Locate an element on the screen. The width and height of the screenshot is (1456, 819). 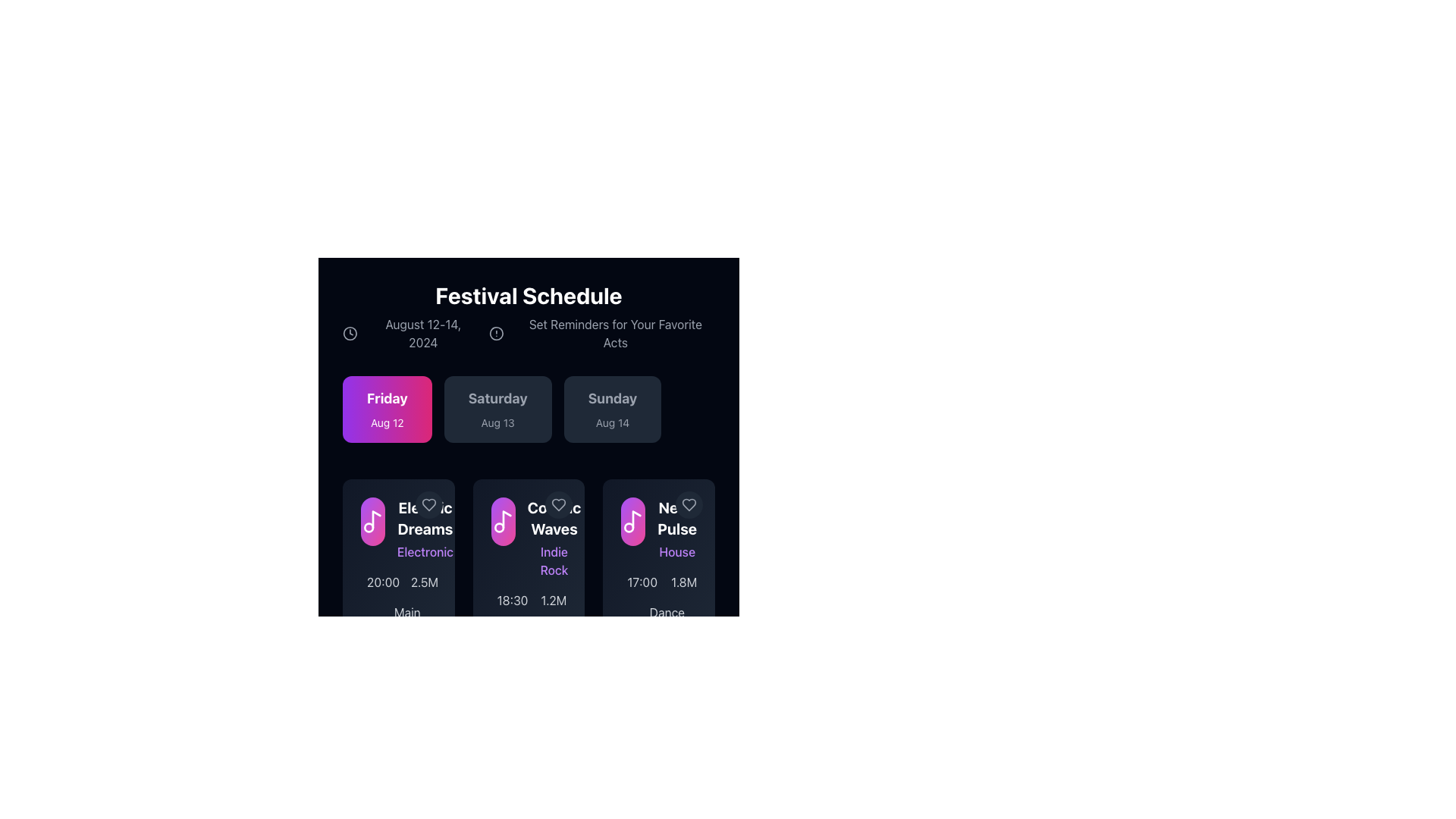
the musical note icon located in the top-left section of the 'Cool Waves' card under the 'Saturday, Aug 13' schedule is located at coordinates (507, 519).